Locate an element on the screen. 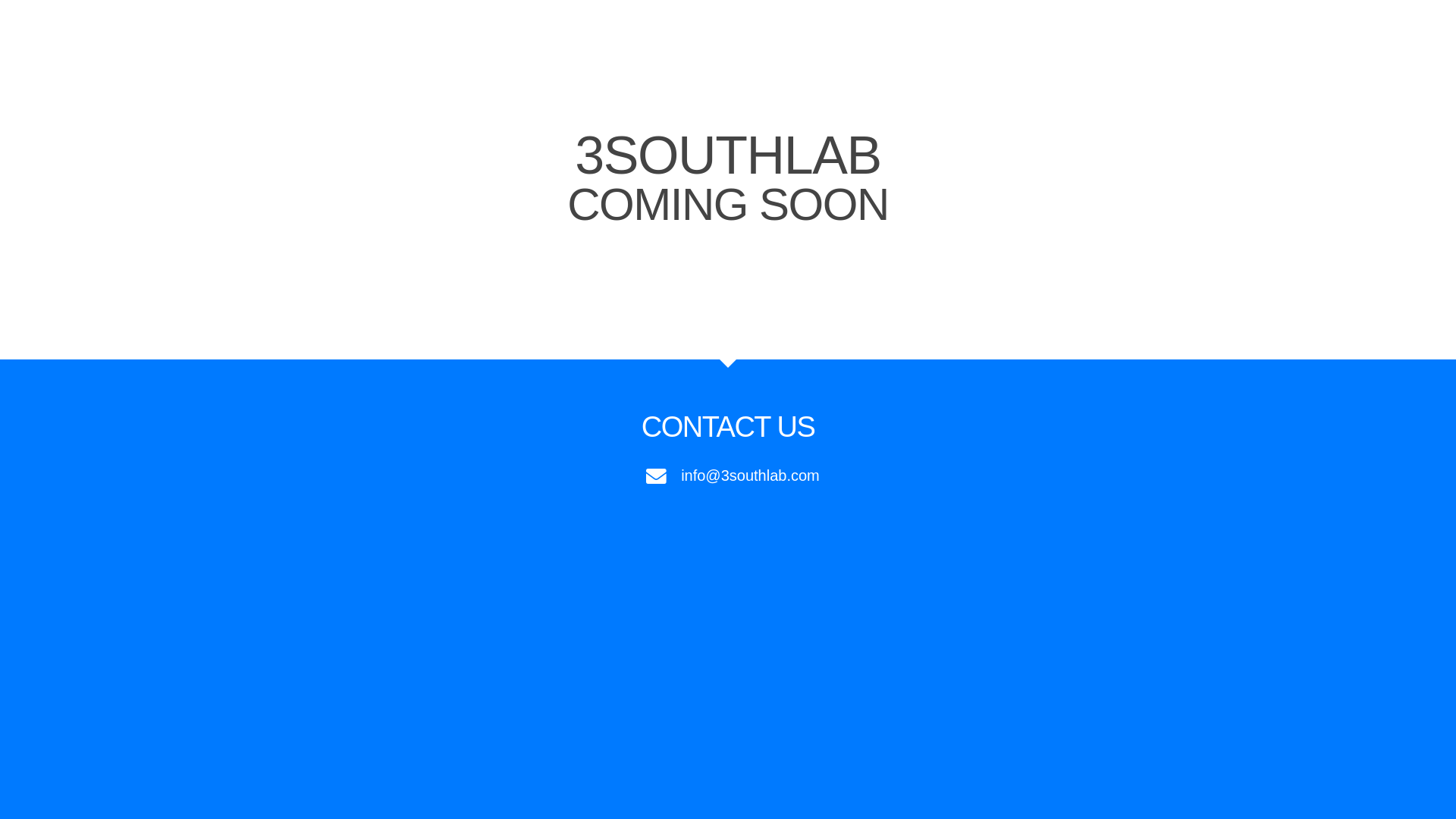  'info@3southlab.com' is located at coordinates (728, 475).